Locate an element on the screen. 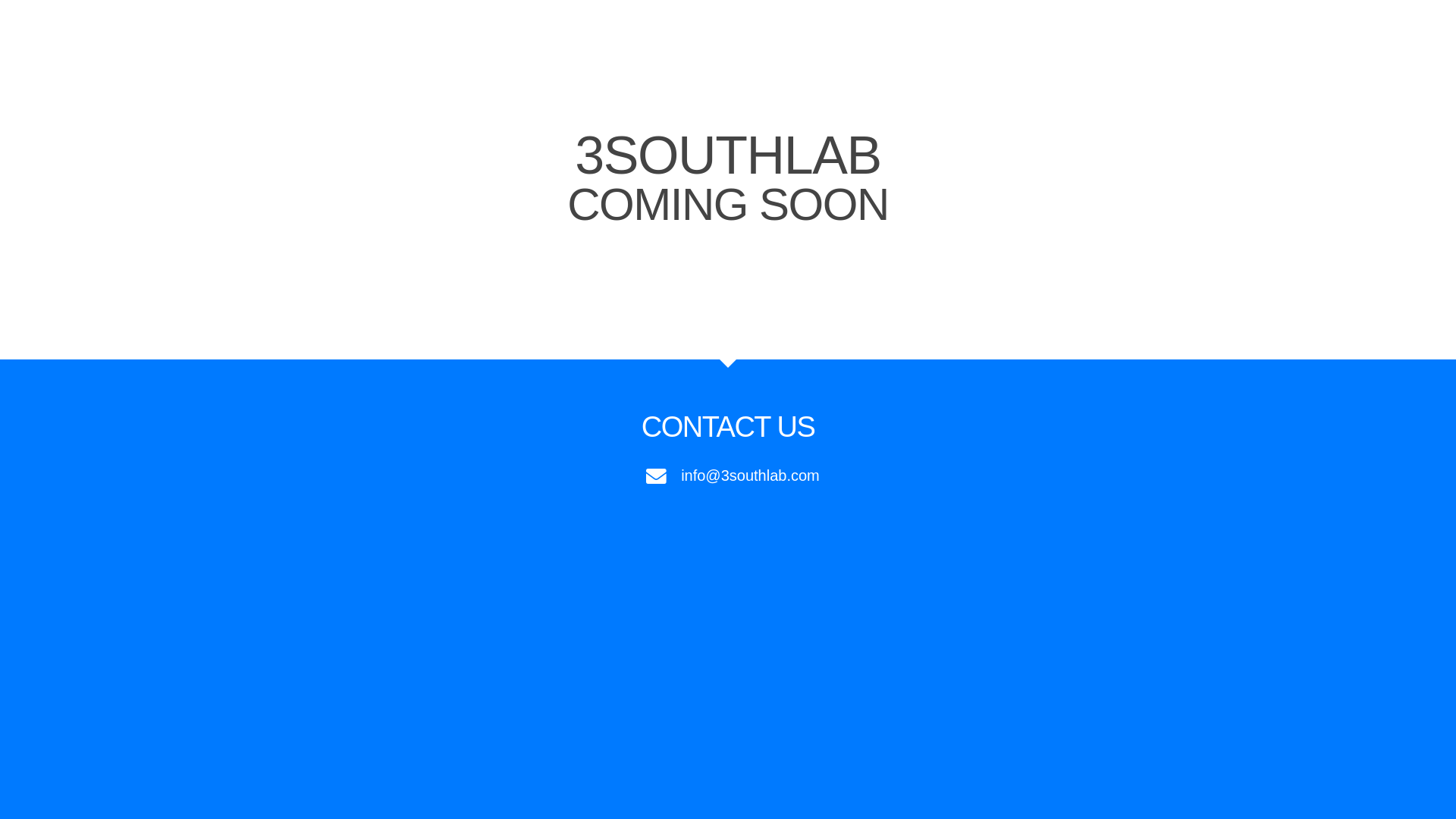  'info@3southlab.com' is located at coordinates (728, 475).